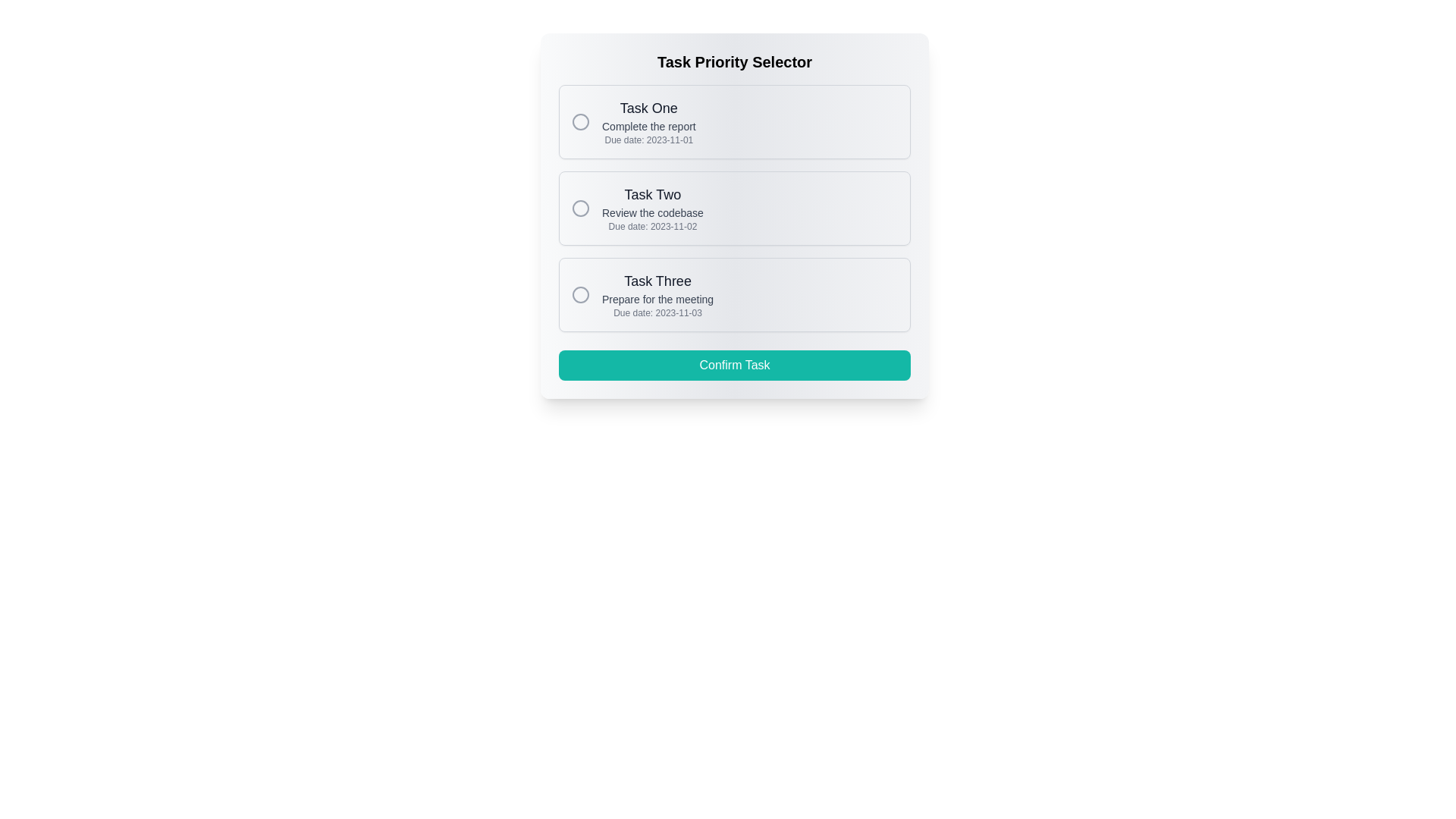  What do you see at coordinates (580, 121) in the screenshot?
I see `the radio button icon located to the left of the 'Task One' text` at bounding box center [580, 121].